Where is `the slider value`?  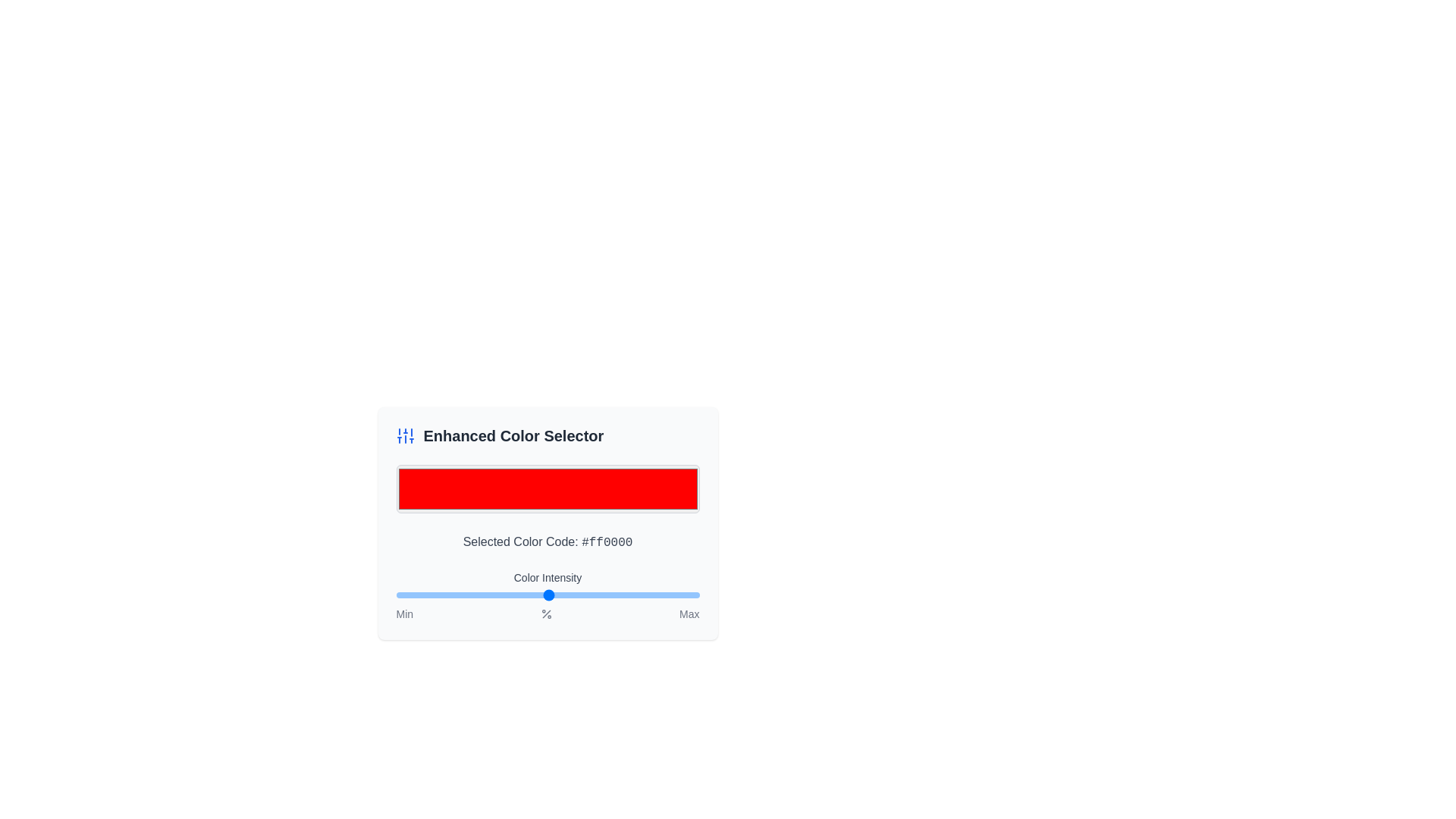 the slider value is located at coordinates (695, 595).